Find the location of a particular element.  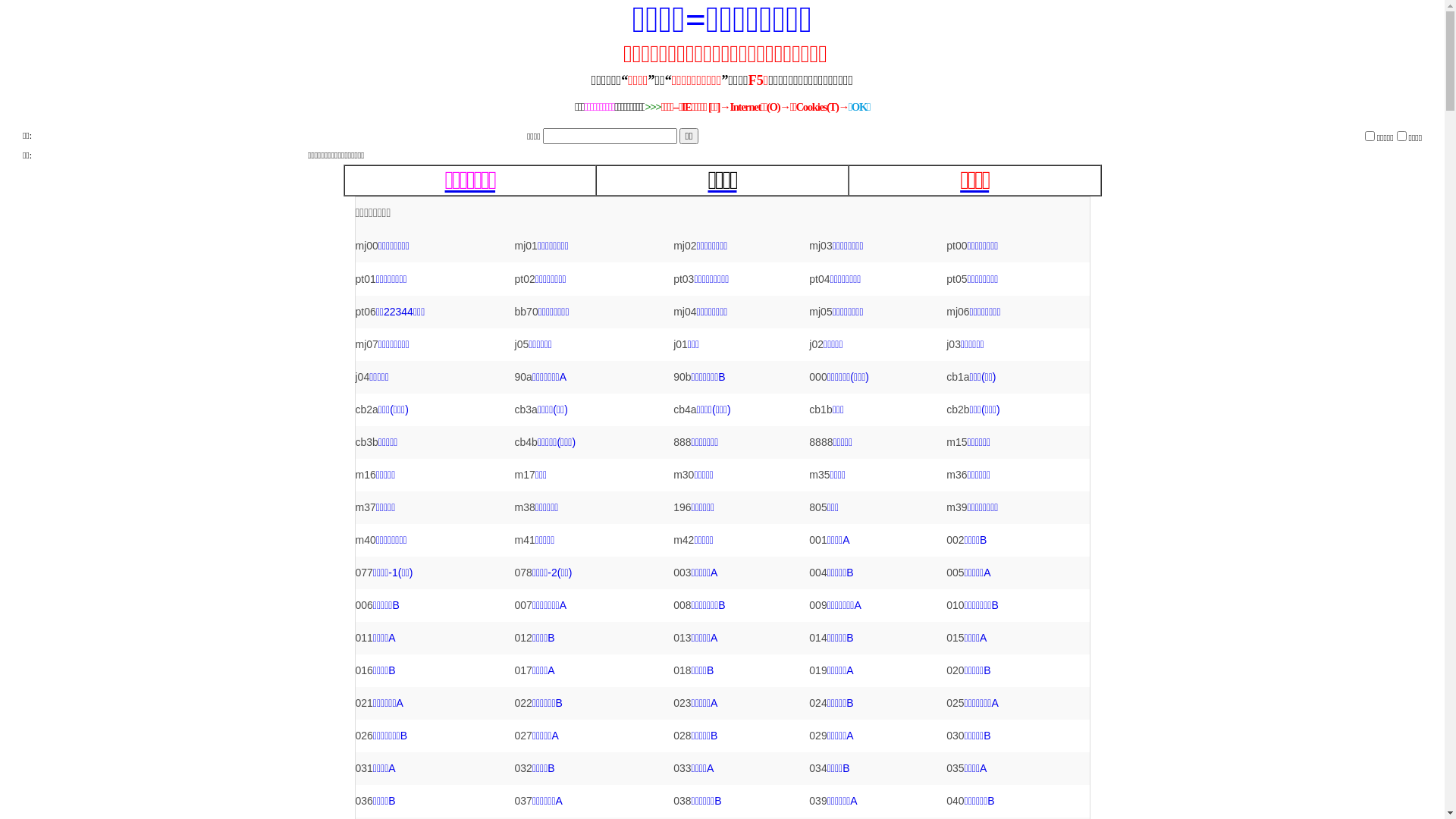

'011' is located at coordinates (362, 637).